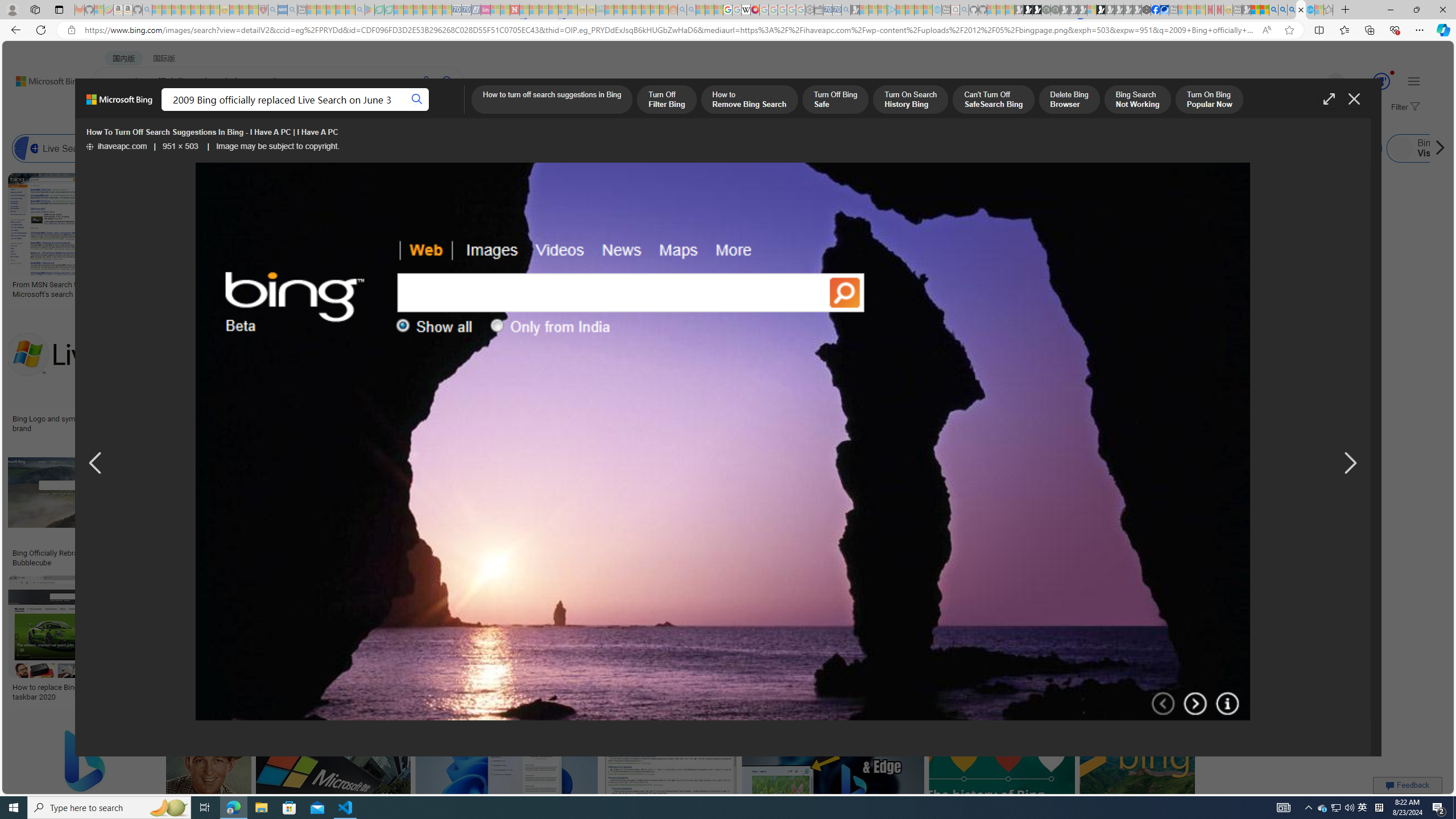 The width and height of the screenshot is (1456, 819). Describe the element at coordinates (909, 100) in the screenshot. I see `'Turn On Search History Bing'` at that location.